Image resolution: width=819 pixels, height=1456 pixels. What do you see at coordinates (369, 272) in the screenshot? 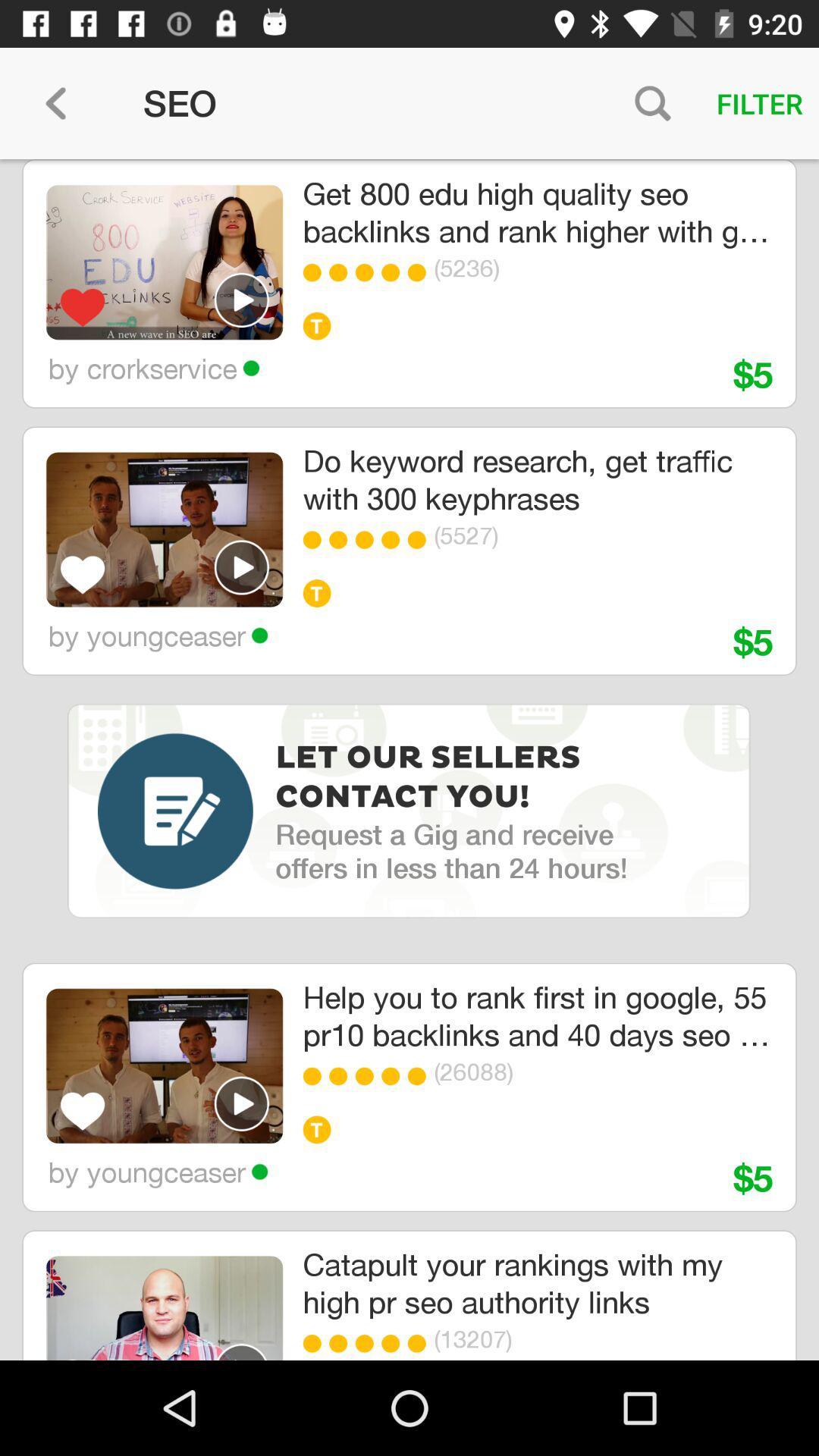
I see `item above the do keyword research` at bounding box center [369, 272].